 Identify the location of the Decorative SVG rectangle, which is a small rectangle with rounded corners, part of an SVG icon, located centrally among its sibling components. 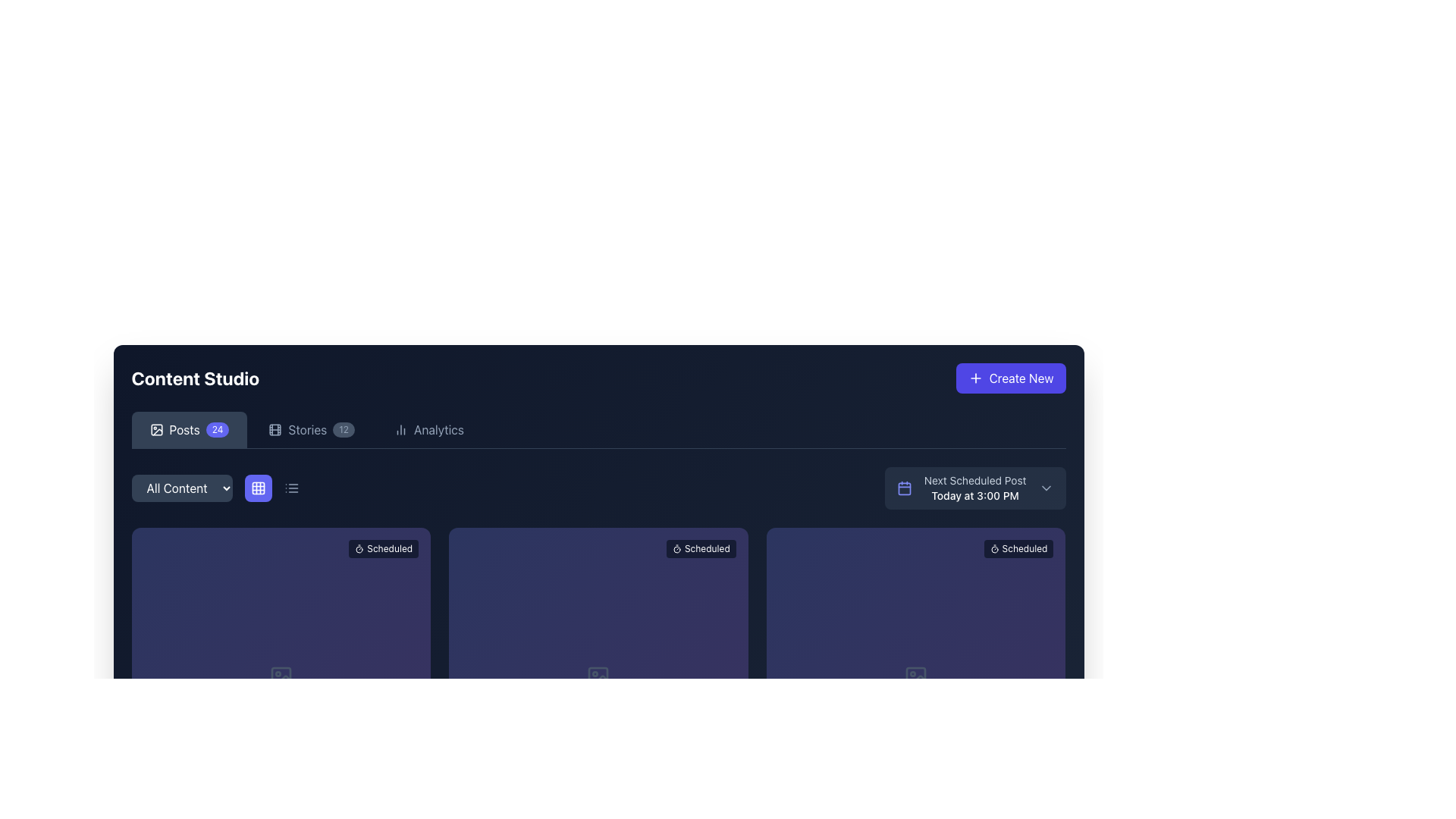
(156, 430).